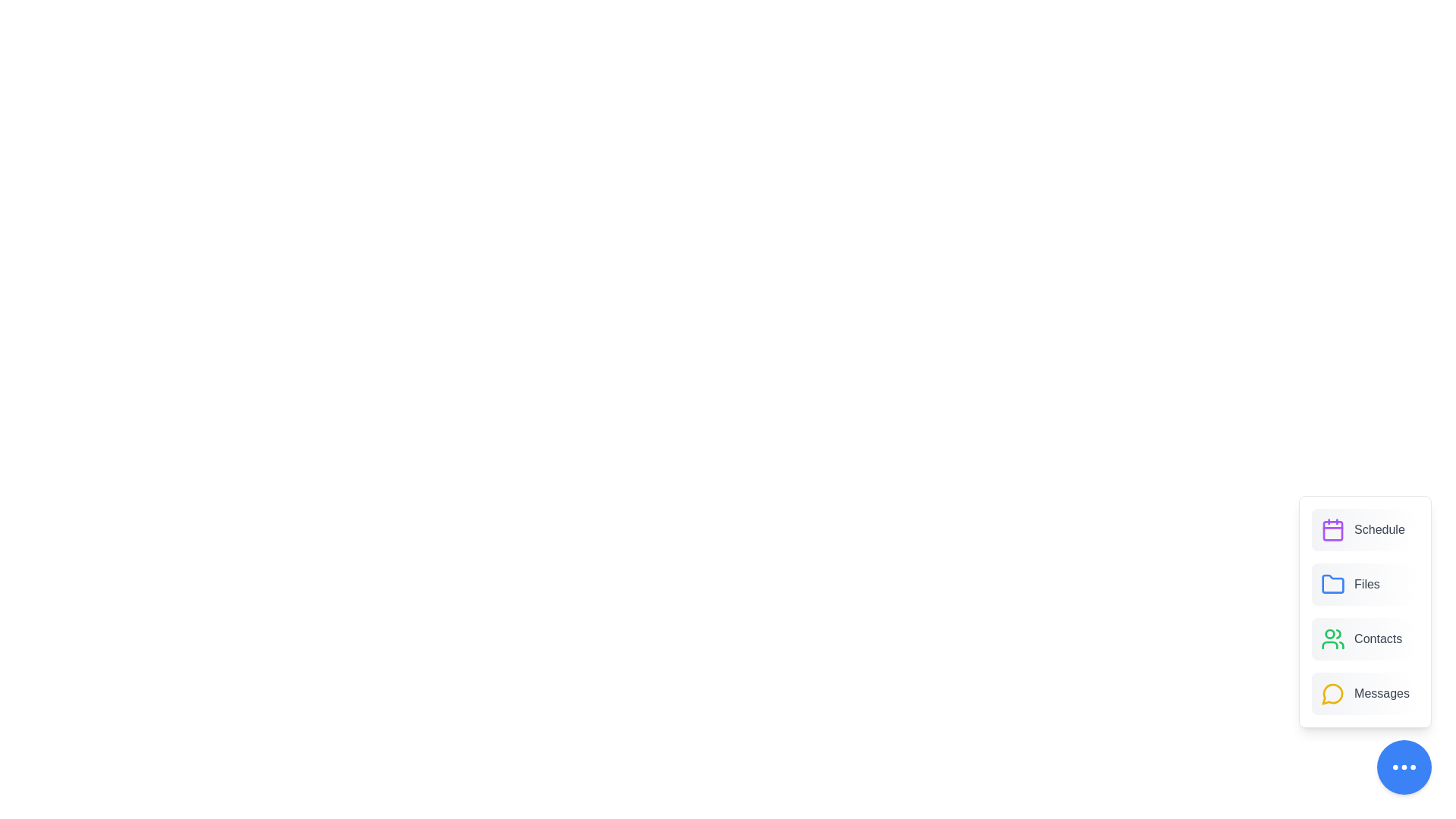  Describe the element at coordinates (1365, 584) in the screenshot. I see `the 'Files' button in the MultiPurposeActionDial component` at that location.